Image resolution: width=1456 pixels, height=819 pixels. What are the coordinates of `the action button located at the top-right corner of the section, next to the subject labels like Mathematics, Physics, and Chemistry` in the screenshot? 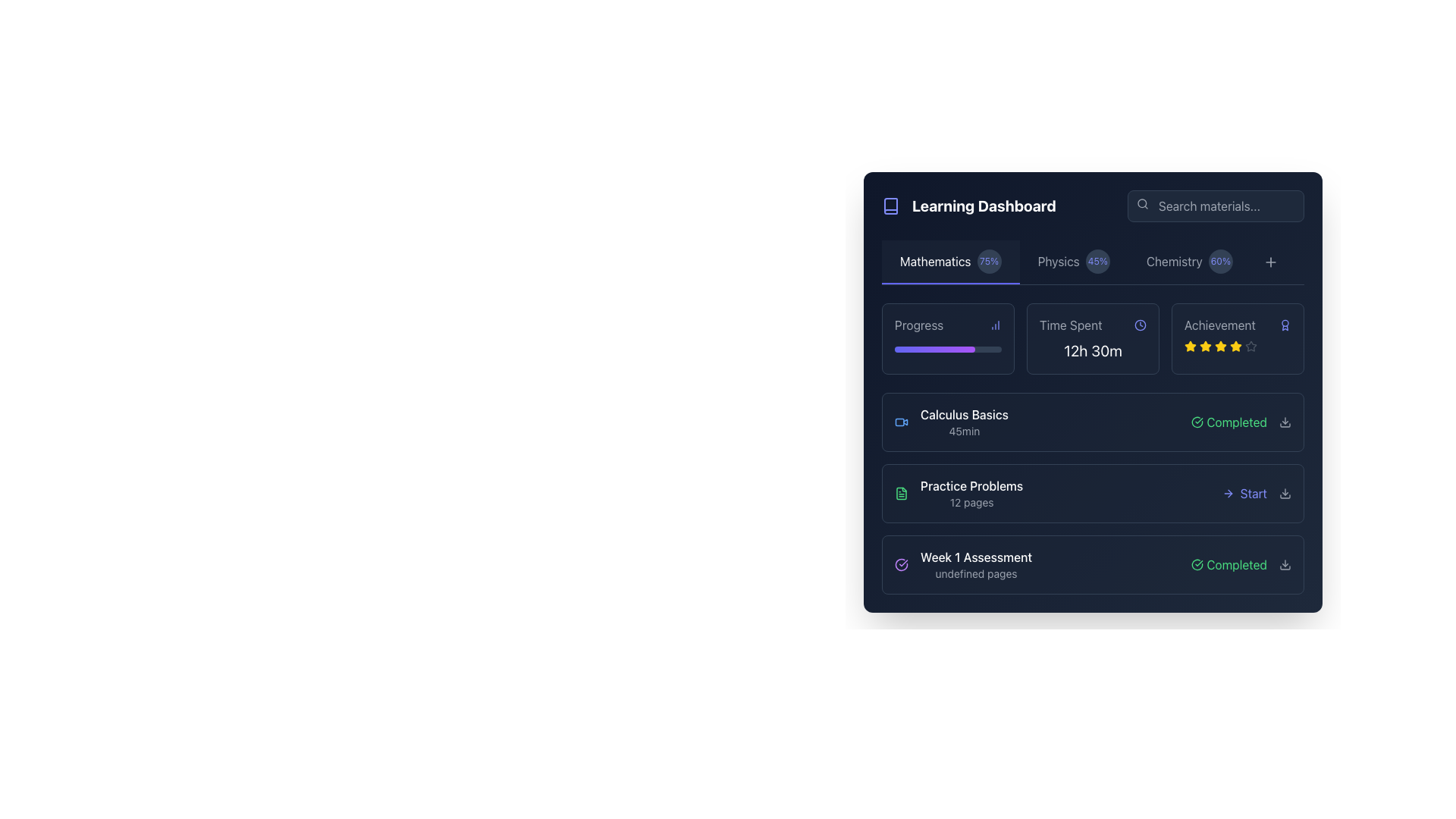 It's located at (1270, 262).